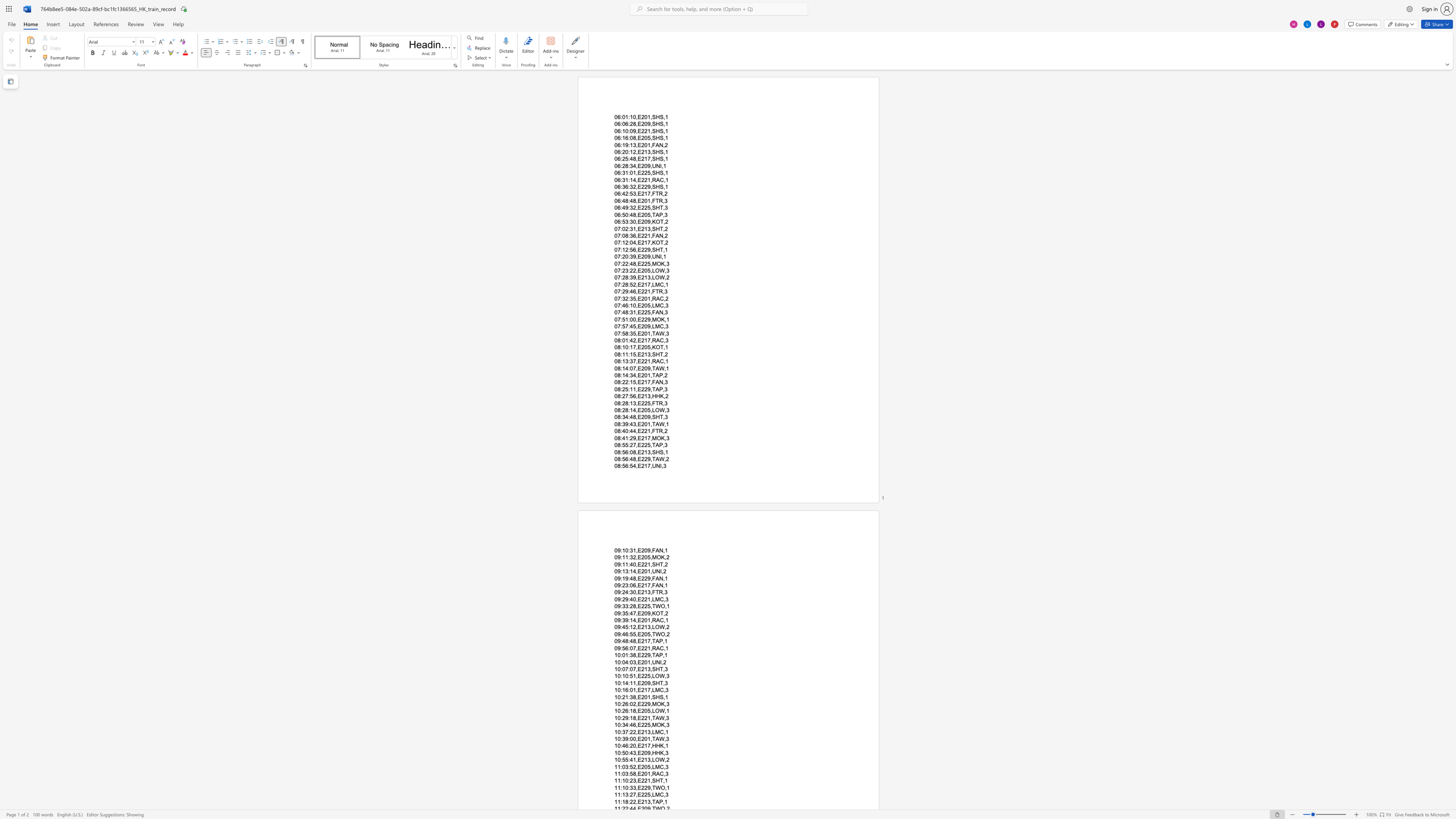  I want to click on the subset text "LM" within the text "07:57:45,E209,LMC,3", so click(651, 327).